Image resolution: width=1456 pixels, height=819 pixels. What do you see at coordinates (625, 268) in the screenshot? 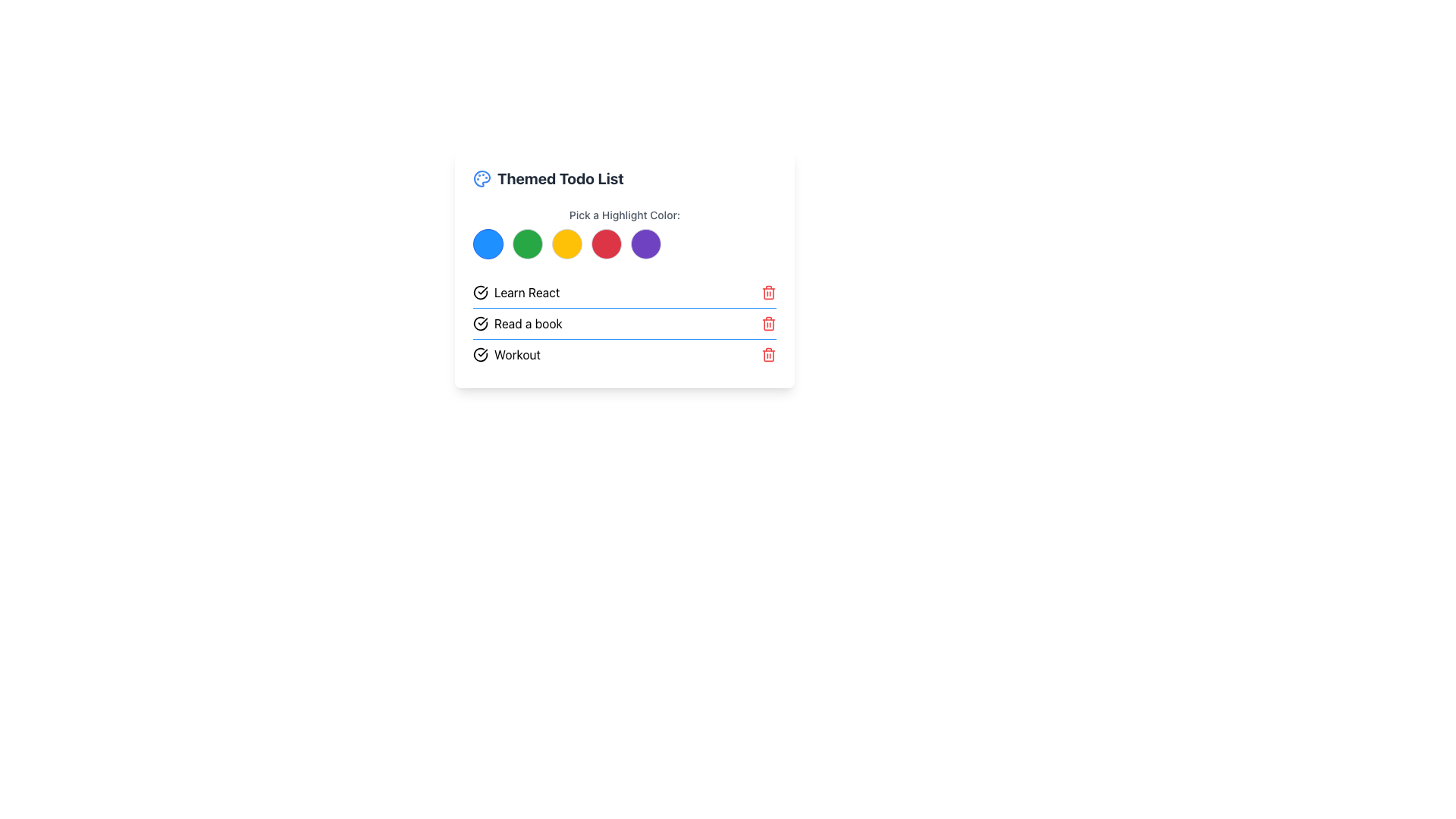
I see `one of the colored circle buttons in the 'Themed Todo List' card` at bounding box center [625, 268].